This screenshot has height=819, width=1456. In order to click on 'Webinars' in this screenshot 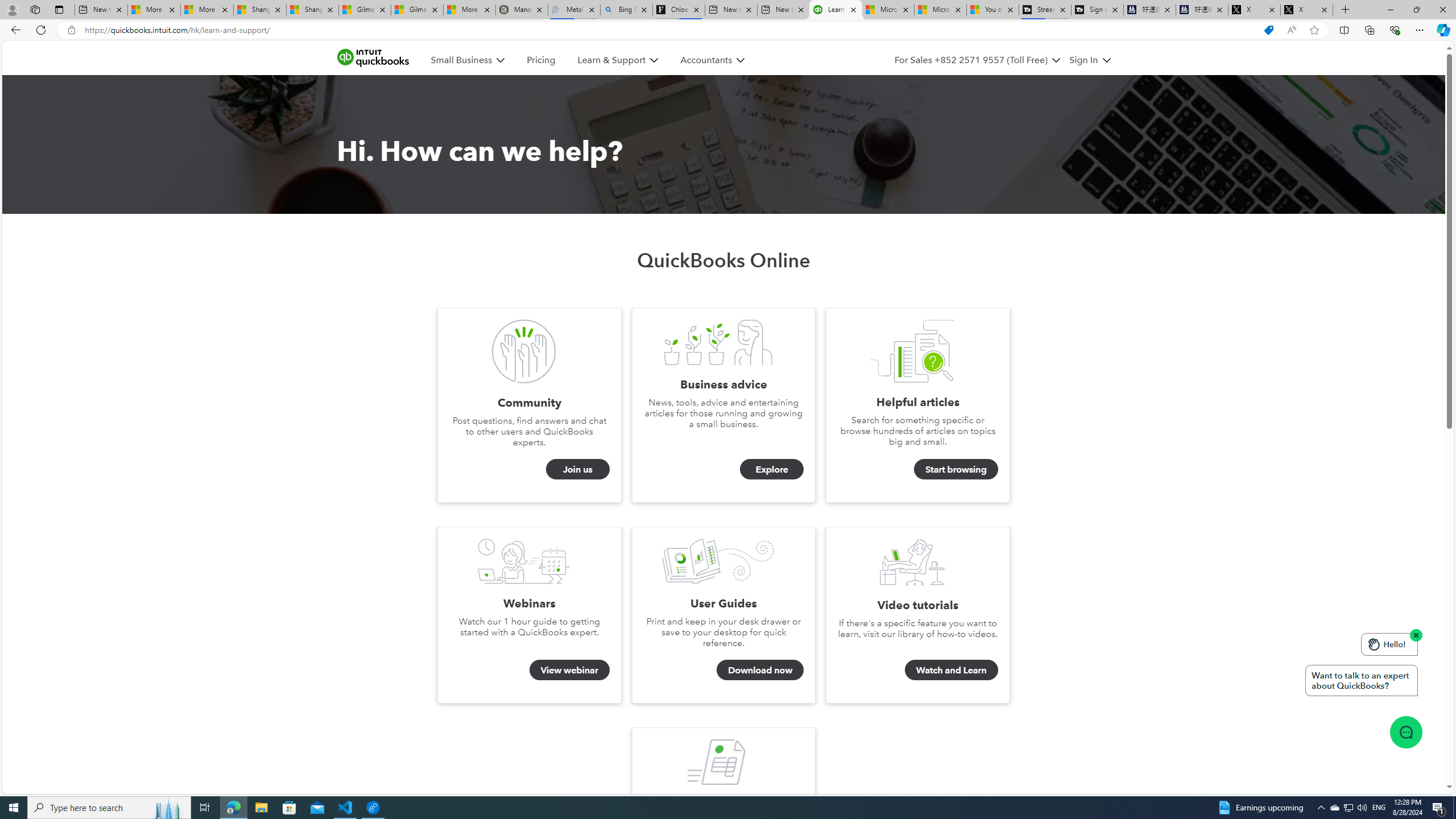, I will do `click(524, 561)`.